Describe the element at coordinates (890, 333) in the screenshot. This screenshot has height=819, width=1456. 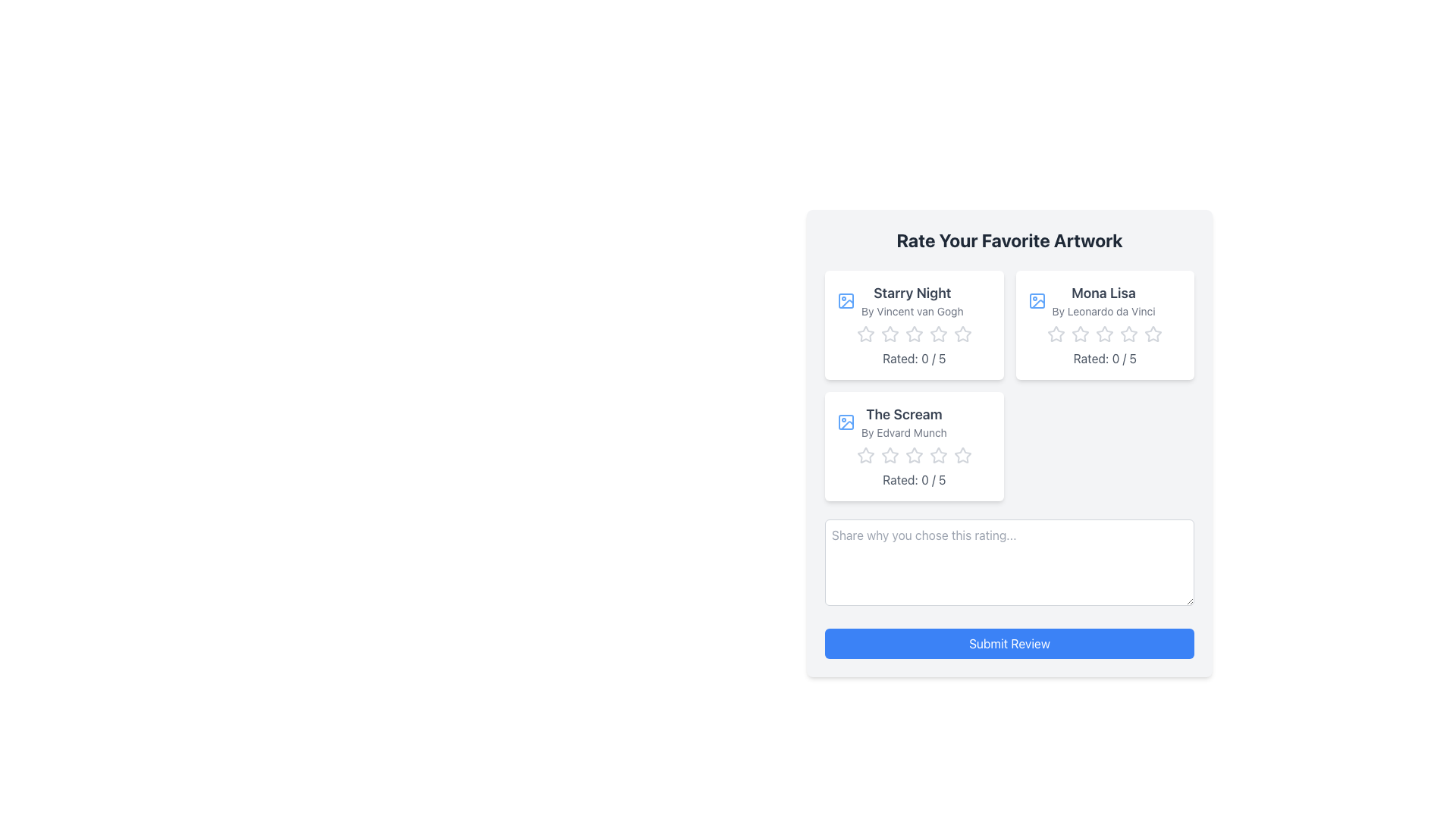
I see `the third gray, empty star icon in the rating section under the artwork 'Starry Night'` at that location.